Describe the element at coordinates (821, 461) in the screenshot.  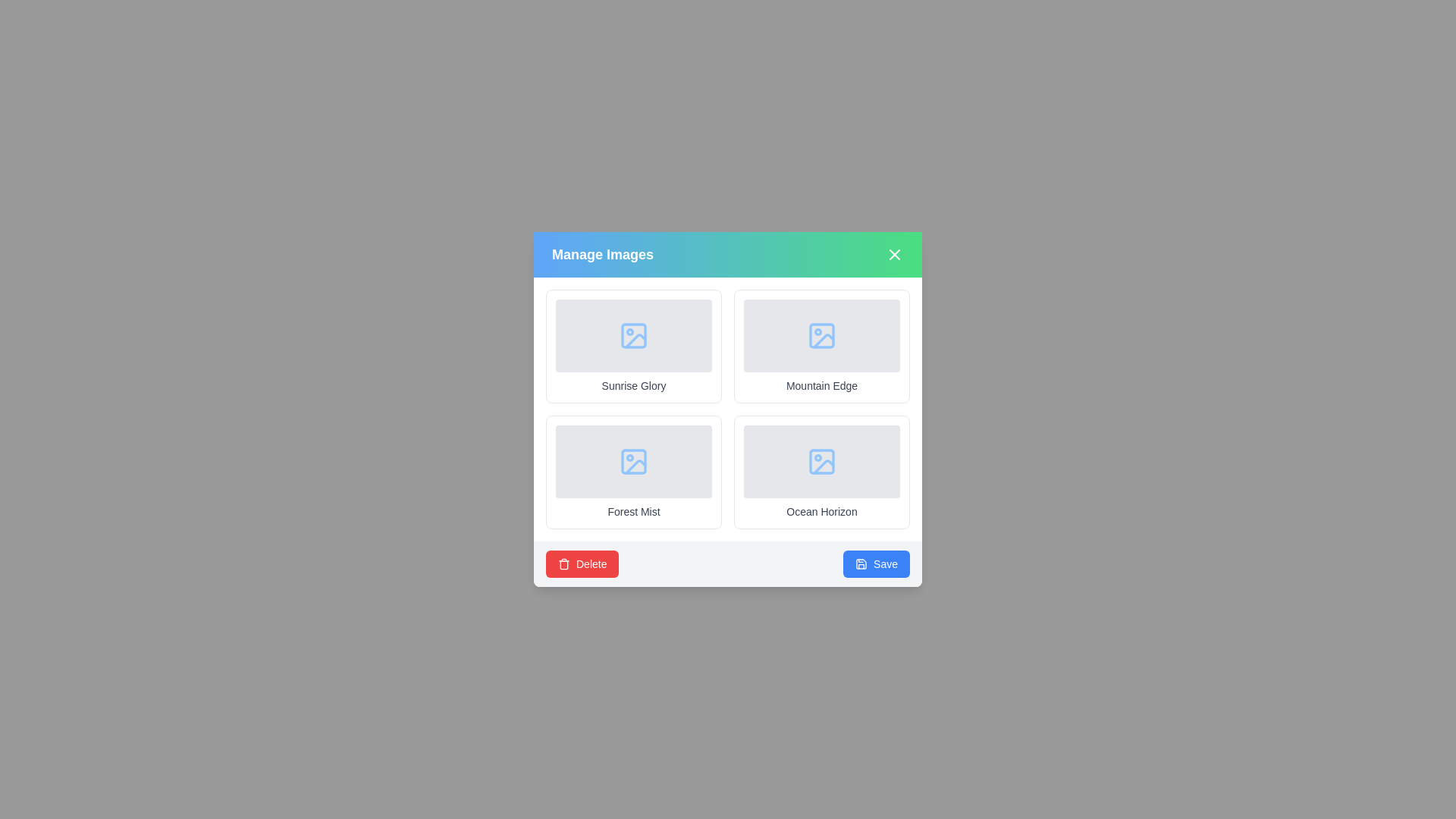
I see `the 'Ocean Horizon' icon located in the lower-right tile of the 2x2 grid layout within the modal dialog` at that location.